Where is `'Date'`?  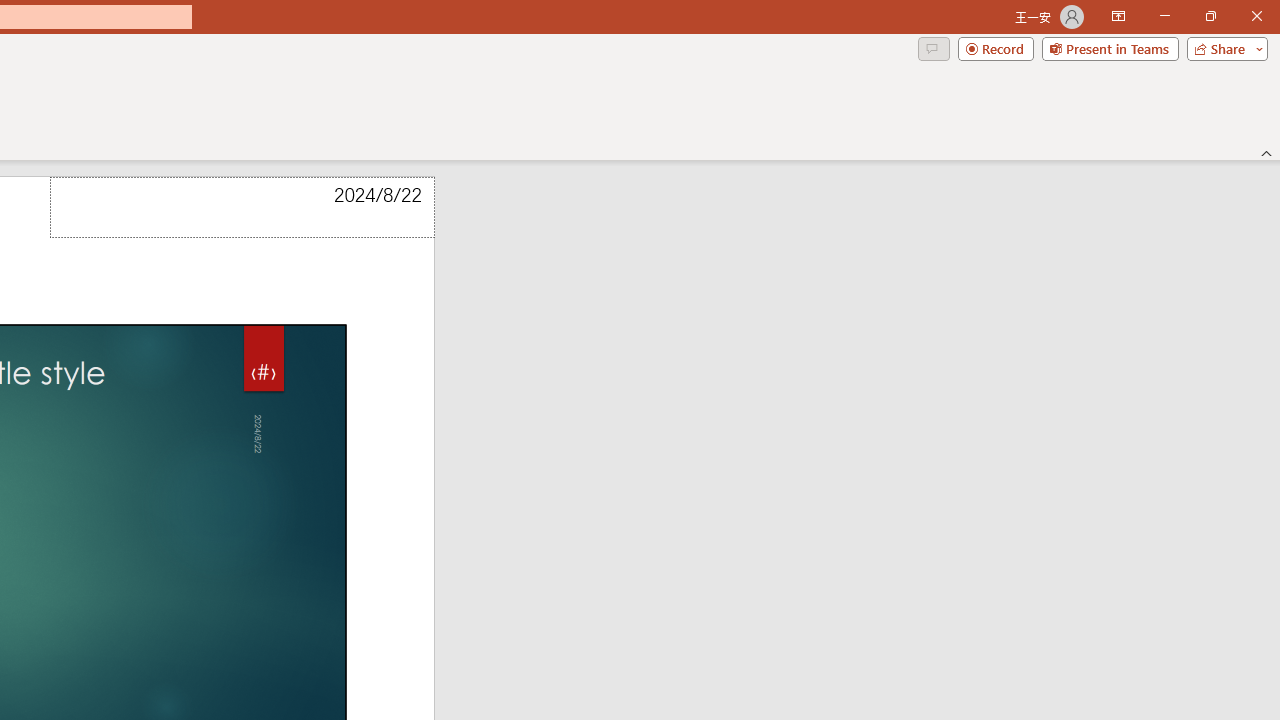
'Date' is located at coordinates (241, 207).